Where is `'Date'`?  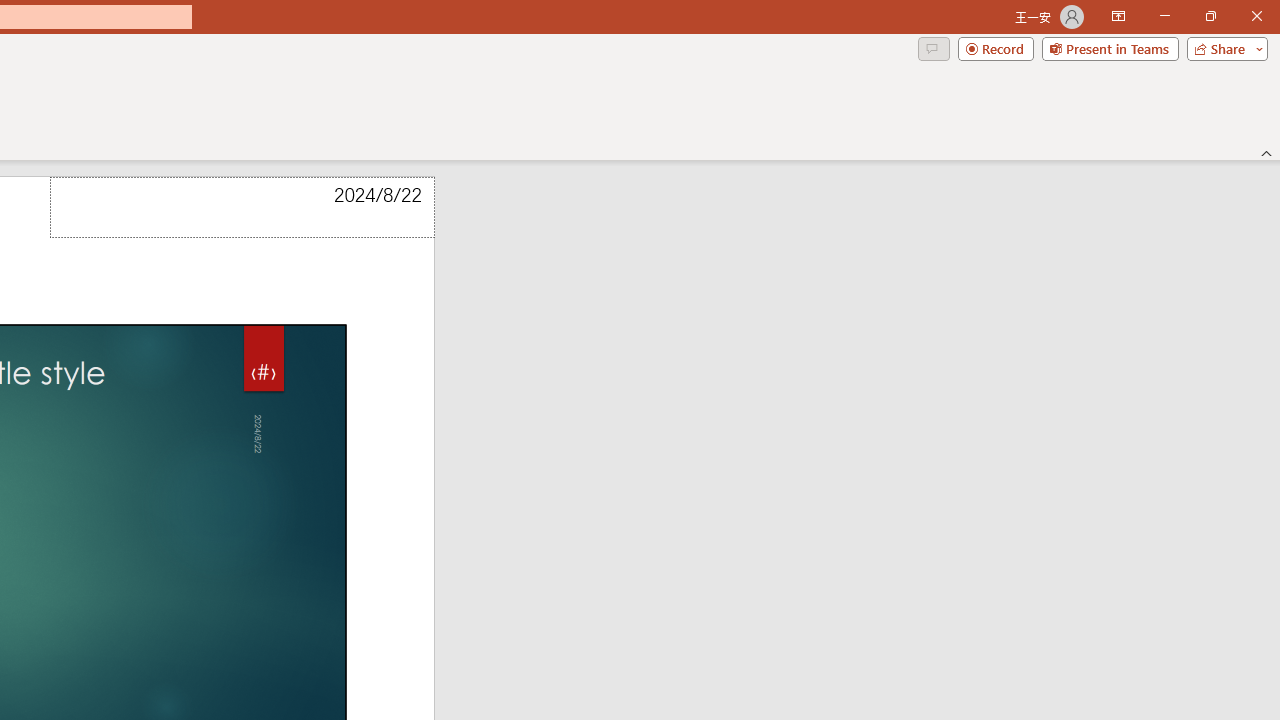
'Date' is located at coordinates (241, 207).